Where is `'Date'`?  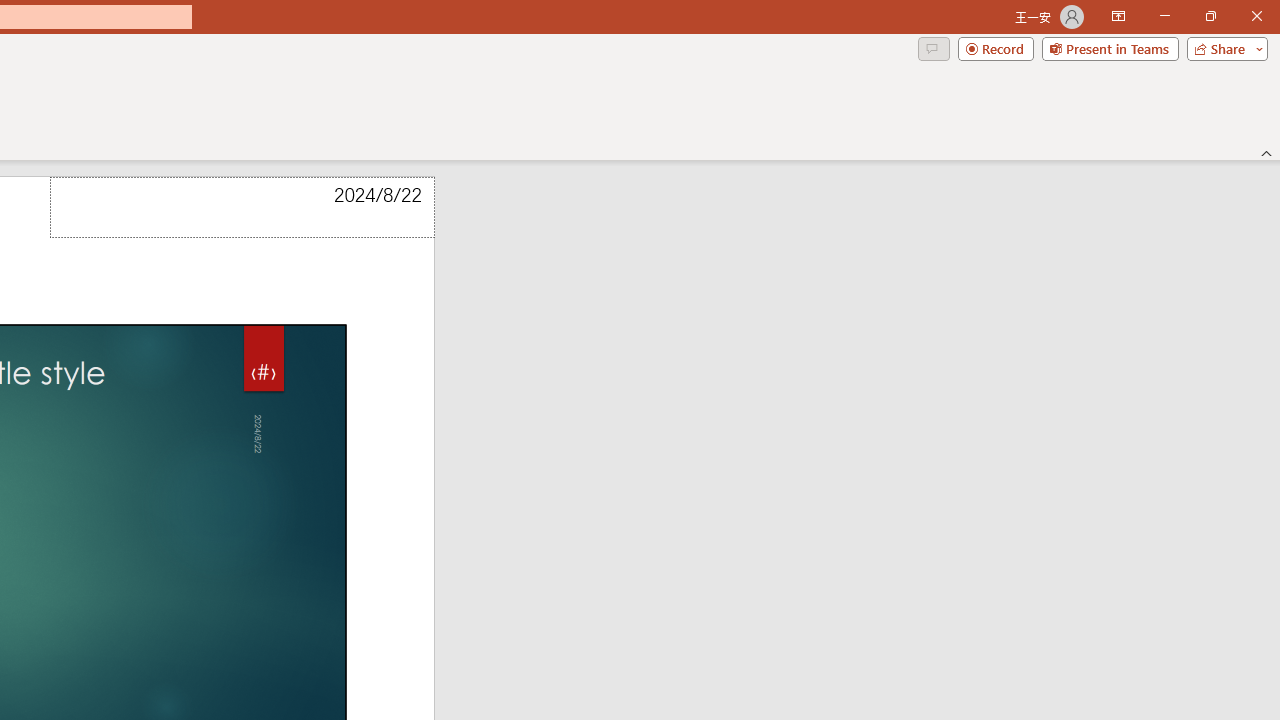
'Date' is located at coordinates (241, 207).